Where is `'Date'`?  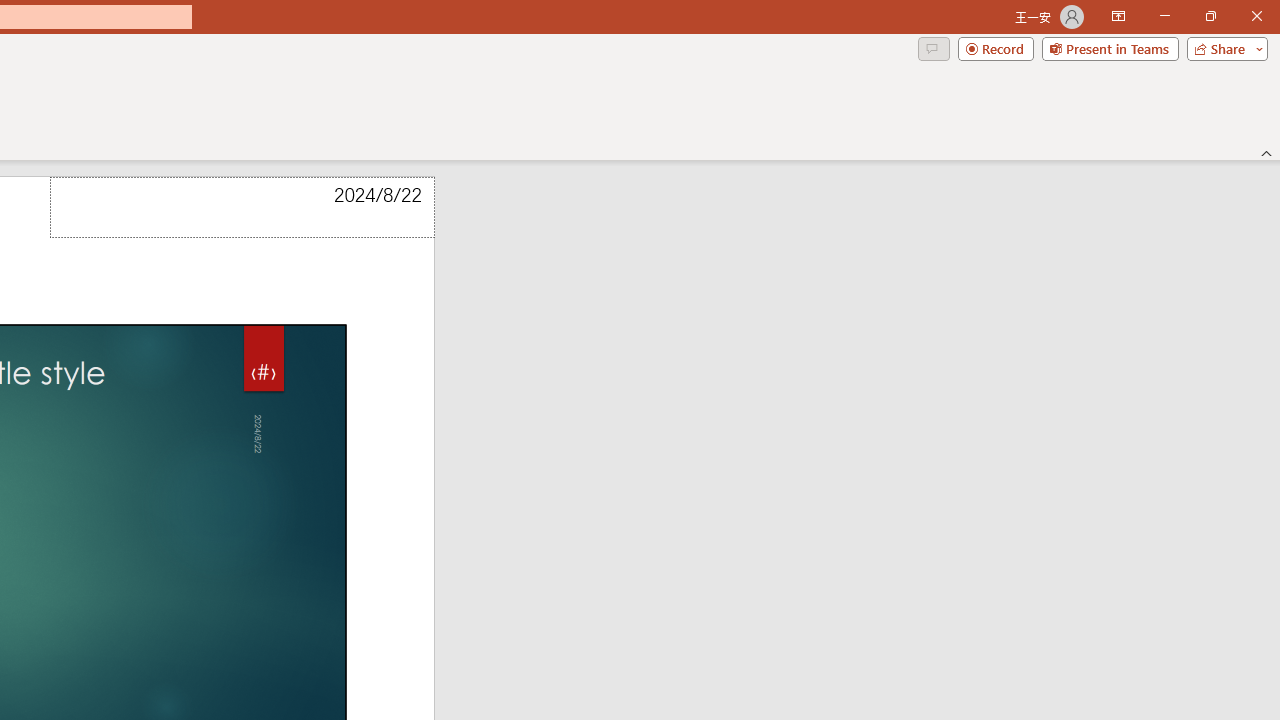
'Date' is located at coordinates (241, 207).